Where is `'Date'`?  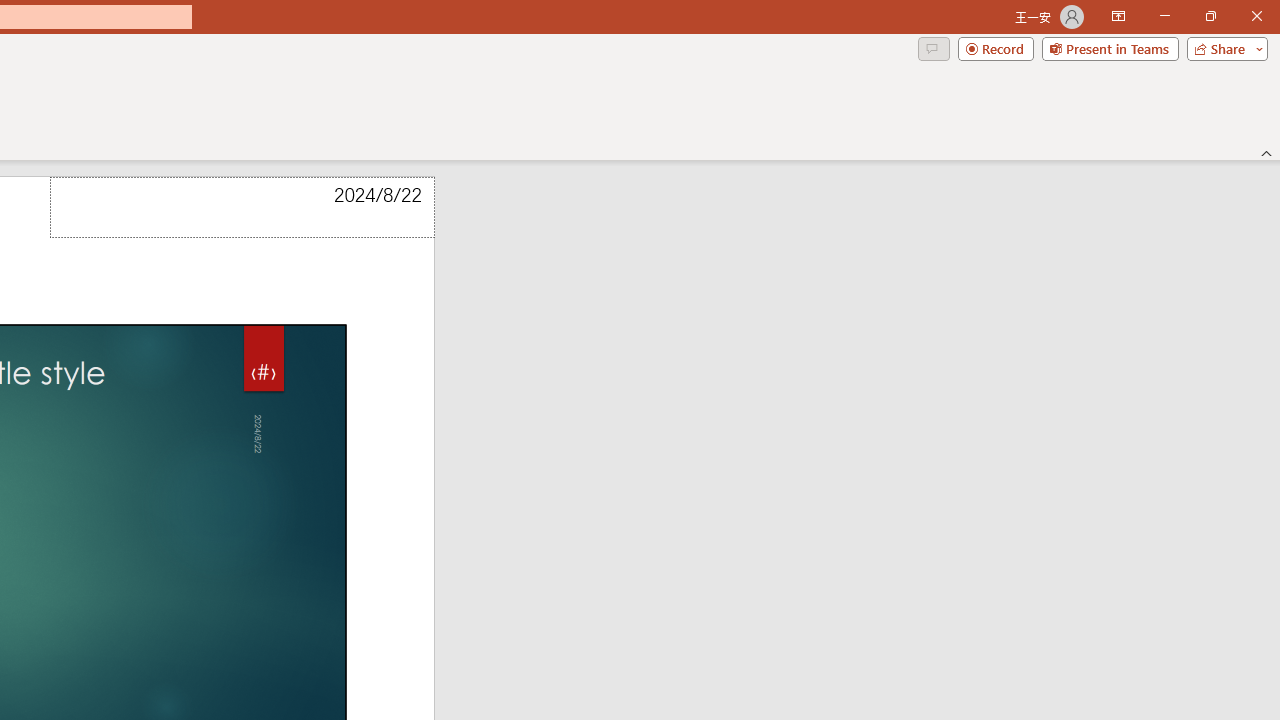
'Date' is located at coordinates (241, 207).